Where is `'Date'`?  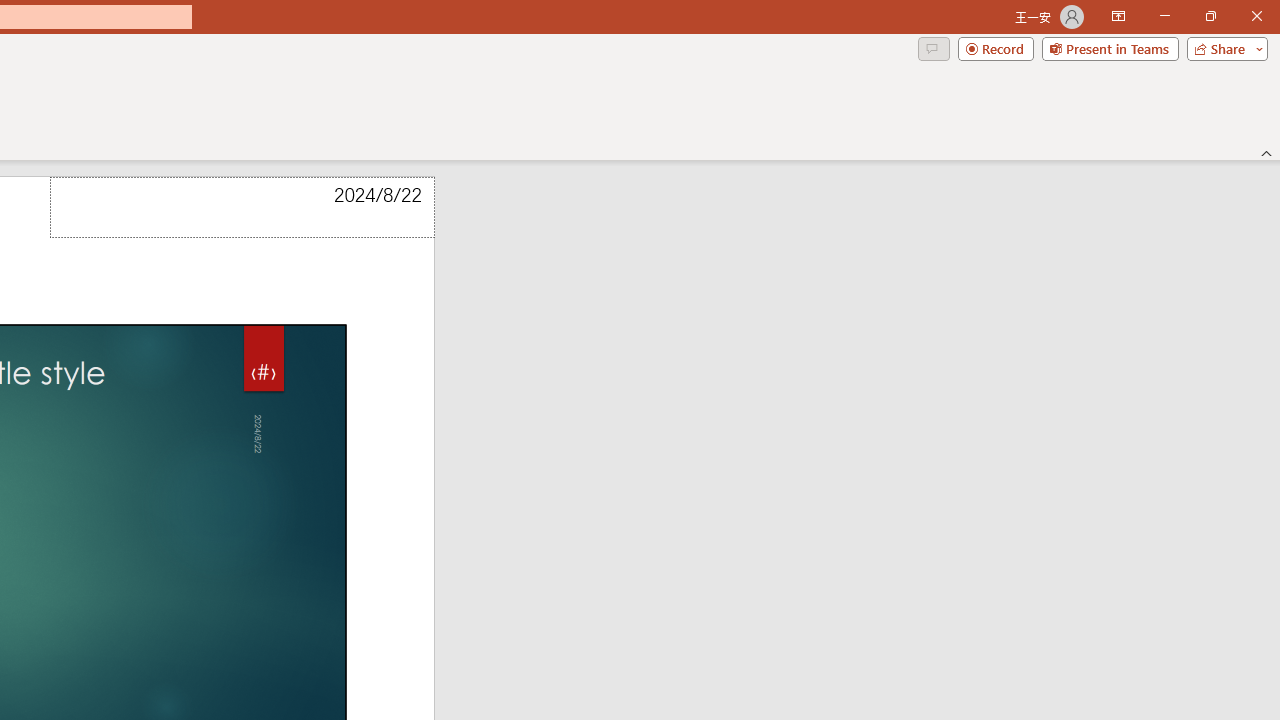
'Date' is located at coordinates (241, 207).